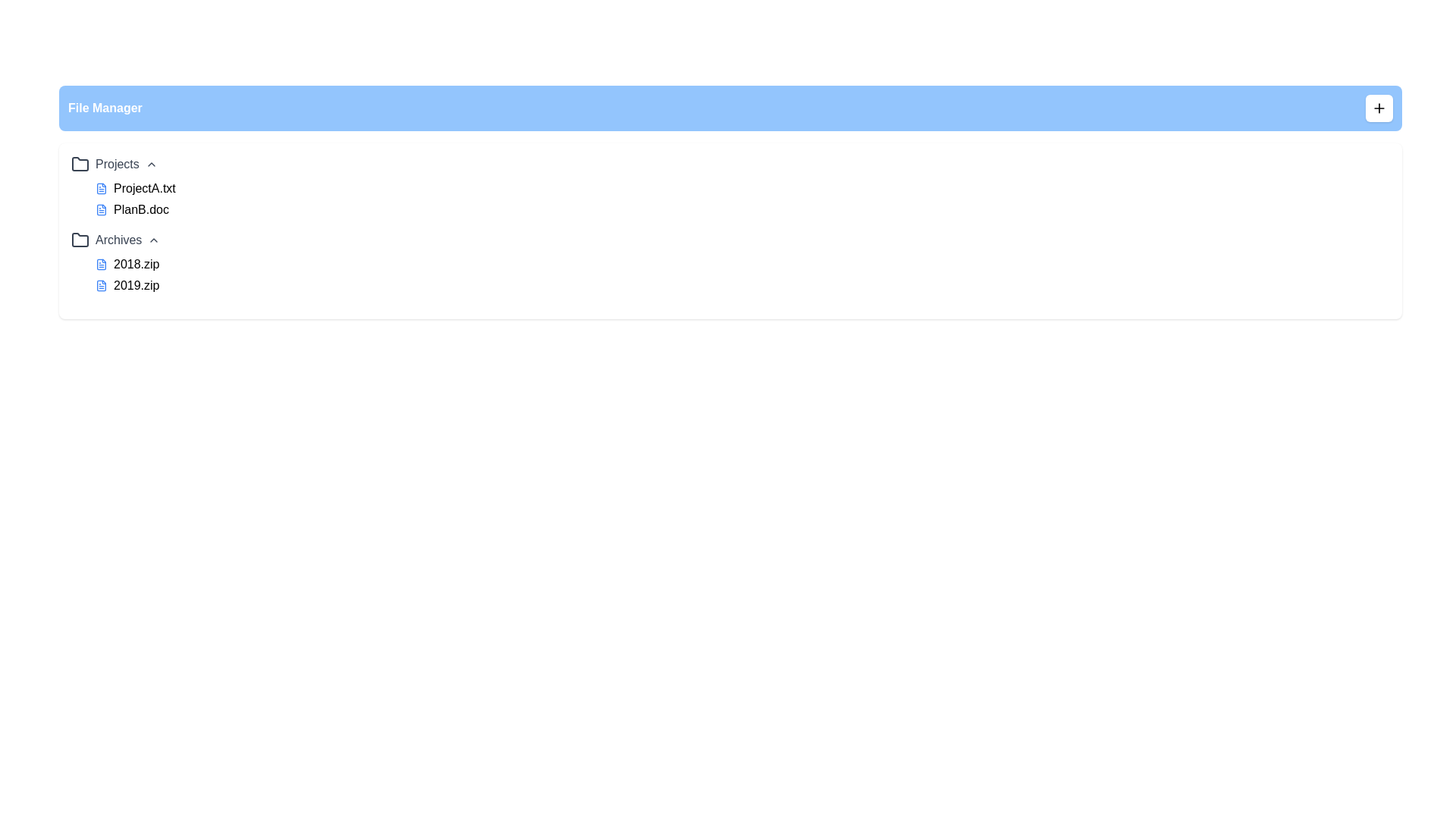 This screenshot has width=1456, height=819. Describe the element at coordinates (136, 286) in the screenshot. I see `the text label displaying the file name '2019.zip' in the 'Archives' section of the file manager` at that location.